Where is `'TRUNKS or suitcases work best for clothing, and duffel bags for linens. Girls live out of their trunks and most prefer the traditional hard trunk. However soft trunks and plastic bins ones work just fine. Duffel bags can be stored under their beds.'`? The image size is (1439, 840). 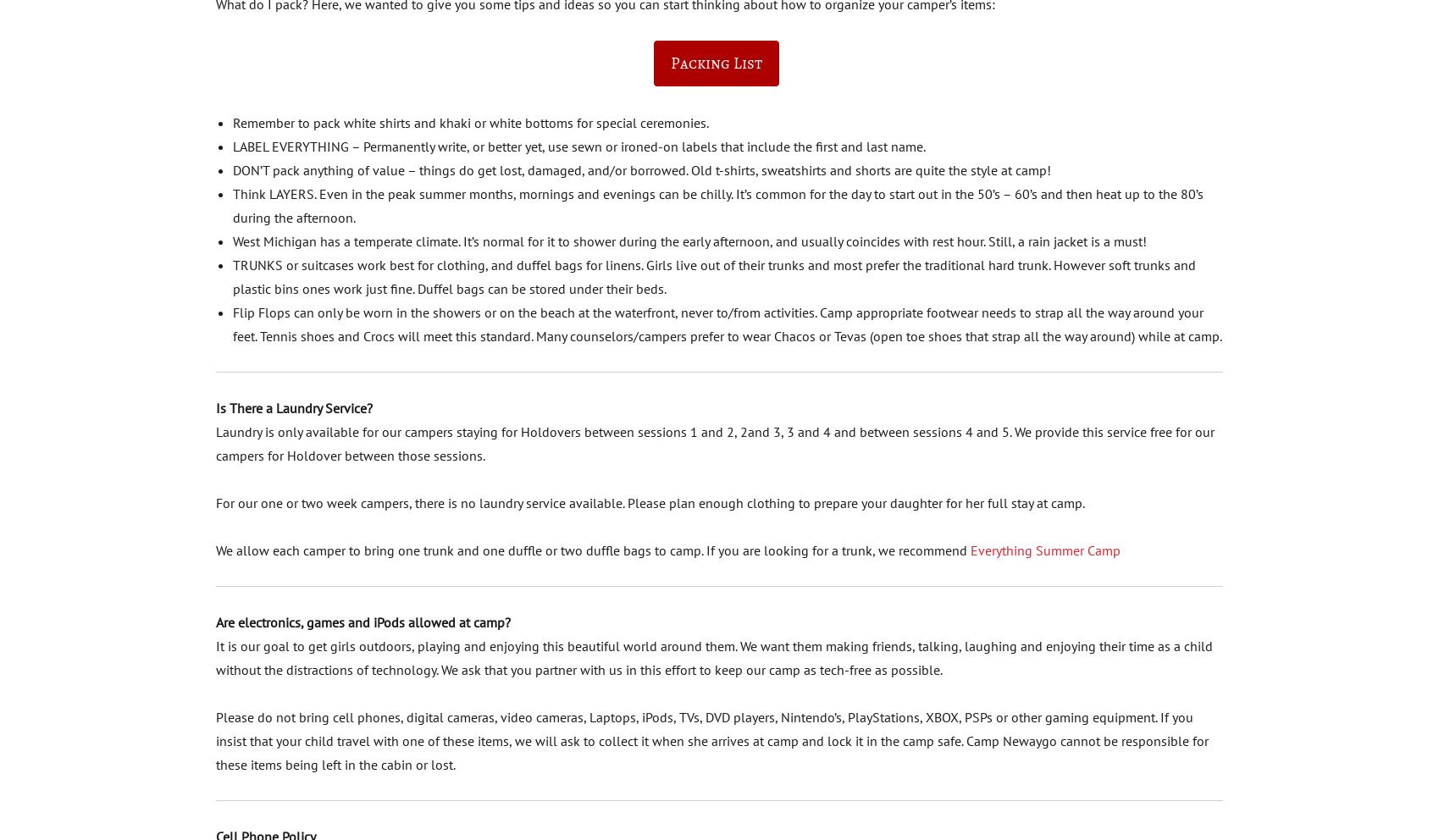
'TRUNKS or suitcases work best for clothing, and duffel bags for linens. Girls live out of their trunks and most prefer the traditional hard trunk. However soft trunks and plastic bins ones work just fine. Duffel bags can be stored under their beds.' is located at coordinates (232, 275).